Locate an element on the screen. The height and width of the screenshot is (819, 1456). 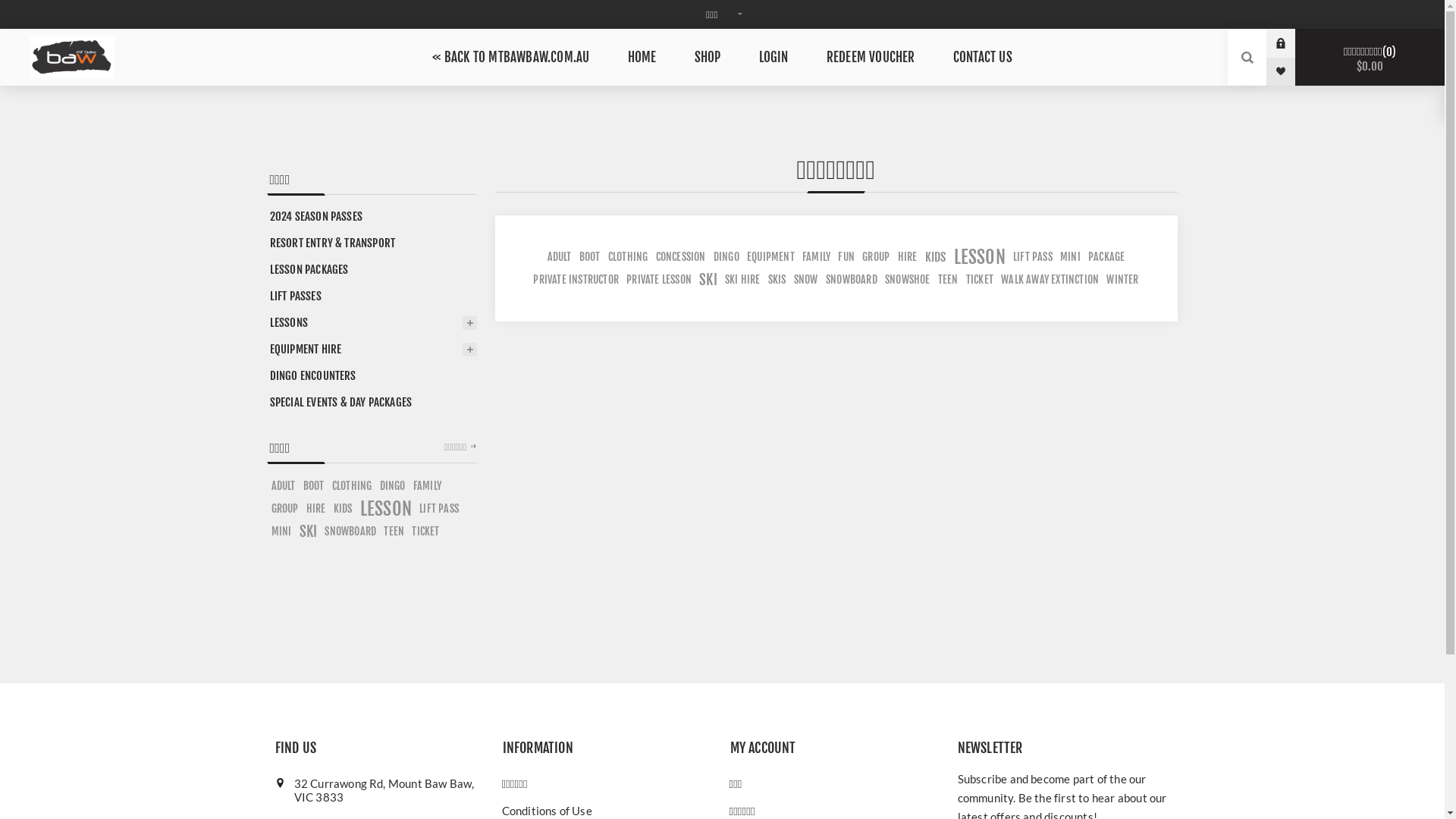
'SKI' is located at coordinates (299, 531).